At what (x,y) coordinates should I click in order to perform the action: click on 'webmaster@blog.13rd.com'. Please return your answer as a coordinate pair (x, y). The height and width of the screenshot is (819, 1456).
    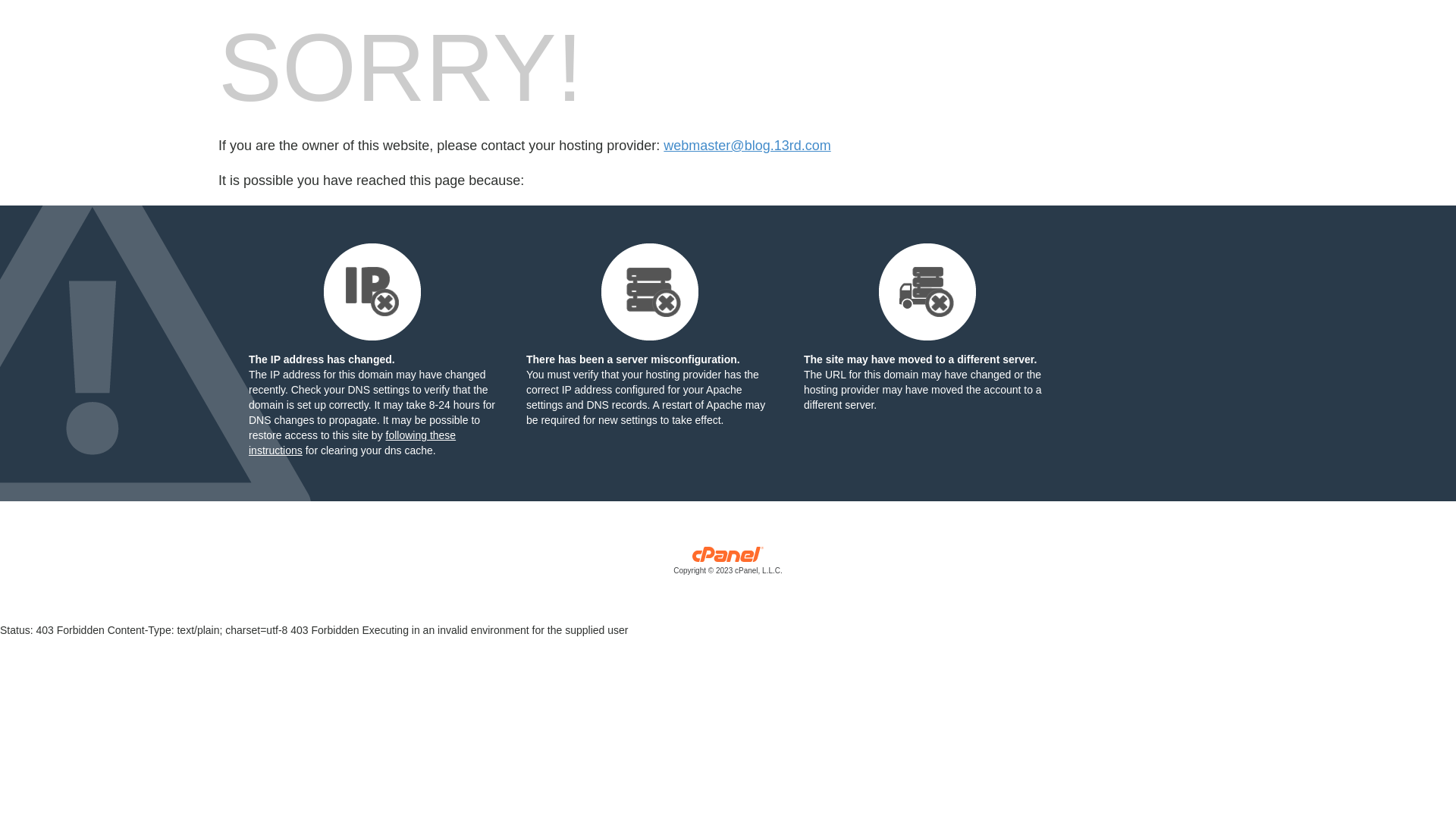
    Looking at the image, I should click on (746, 146).